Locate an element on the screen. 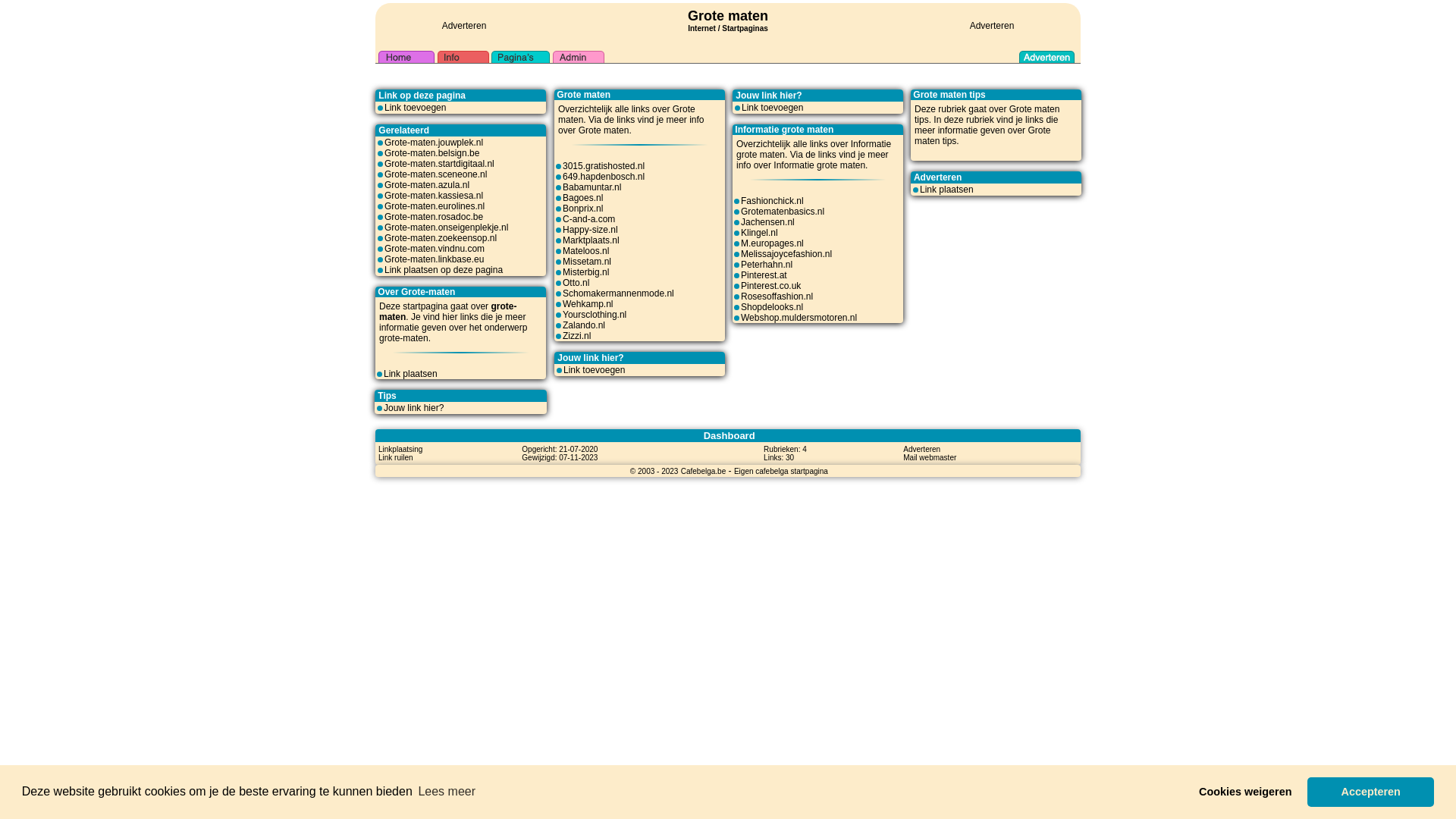 Image resolution: width=1456 pixels, height=819 pixels. 'Shopdelooks.nl' is located at coordinates (771, 307).